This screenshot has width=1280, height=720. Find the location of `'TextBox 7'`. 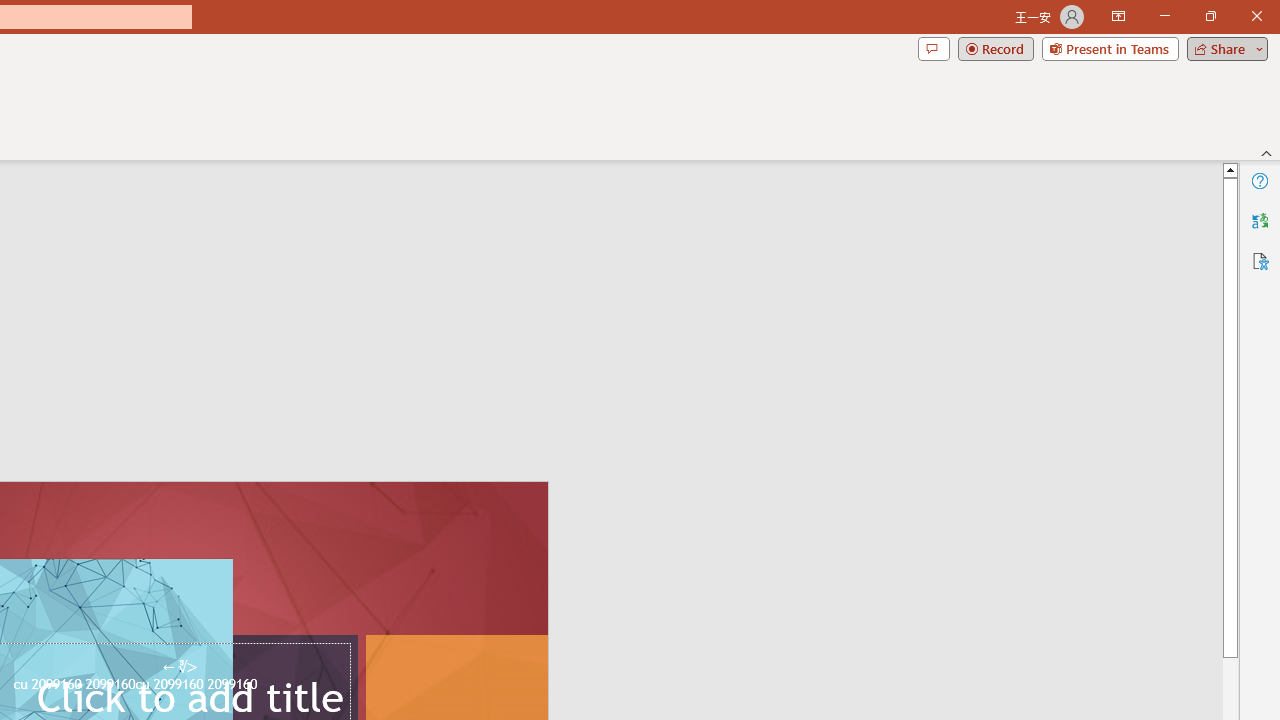

'TextBox 7' is located at coordinates (179, 667).